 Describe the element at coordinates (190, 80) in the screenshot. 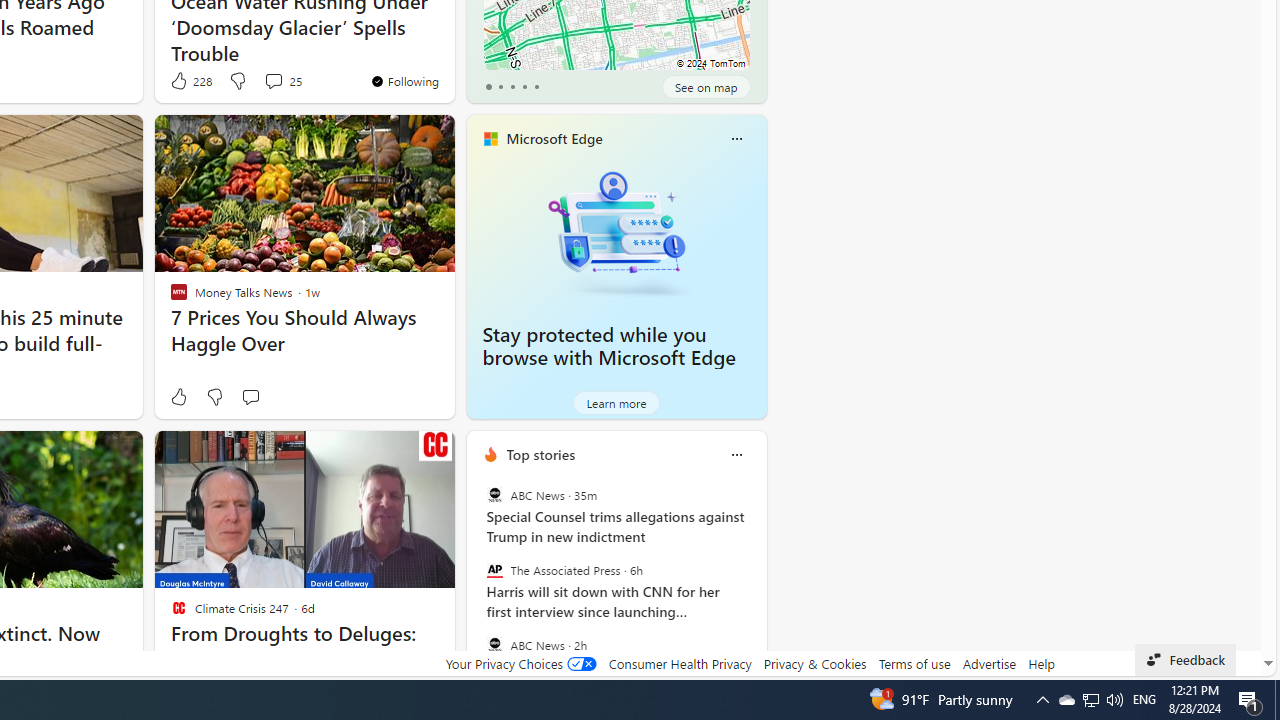

I see `'228 Like'` at that location.